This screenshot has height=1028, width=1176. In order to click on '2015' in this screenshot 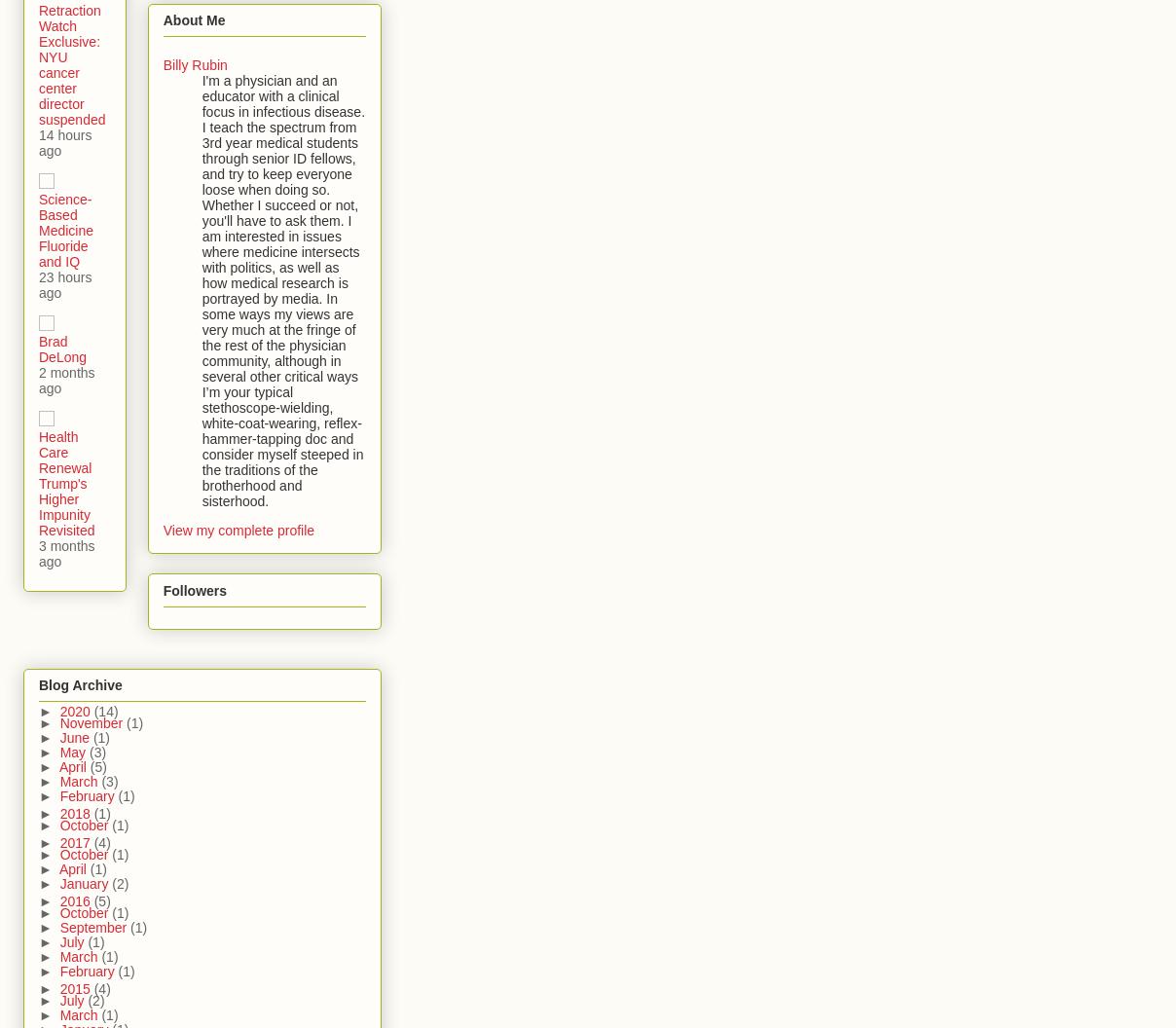, I will do `click(75, 987)`.